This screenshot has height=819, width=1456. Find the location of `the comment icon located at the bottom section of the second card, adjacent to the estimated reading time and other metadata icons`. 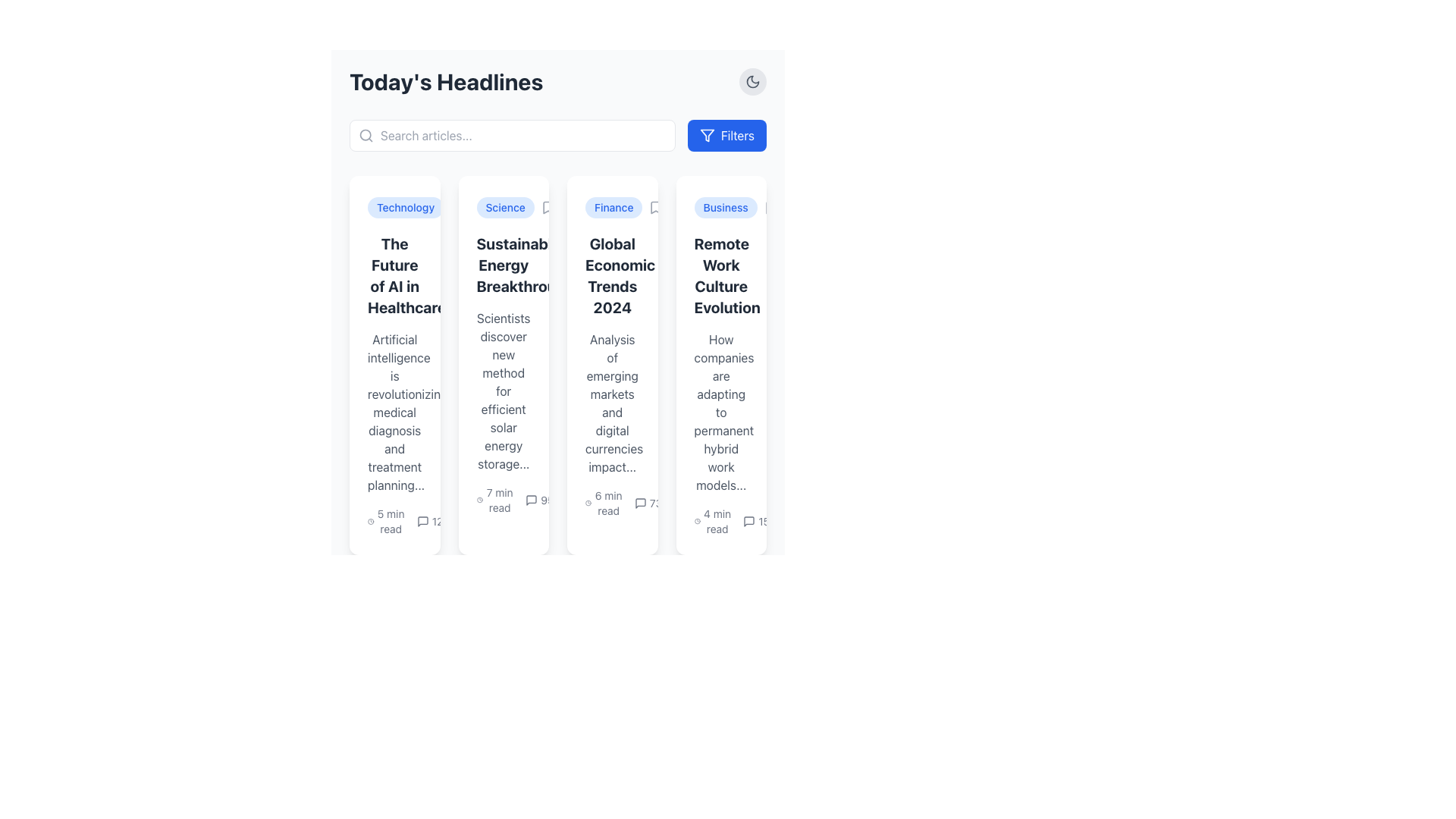

the comment icon located at the bottom section of the second card, adjacent to the estimated reading time and other metadata icons is located at coordinates (532, 500).